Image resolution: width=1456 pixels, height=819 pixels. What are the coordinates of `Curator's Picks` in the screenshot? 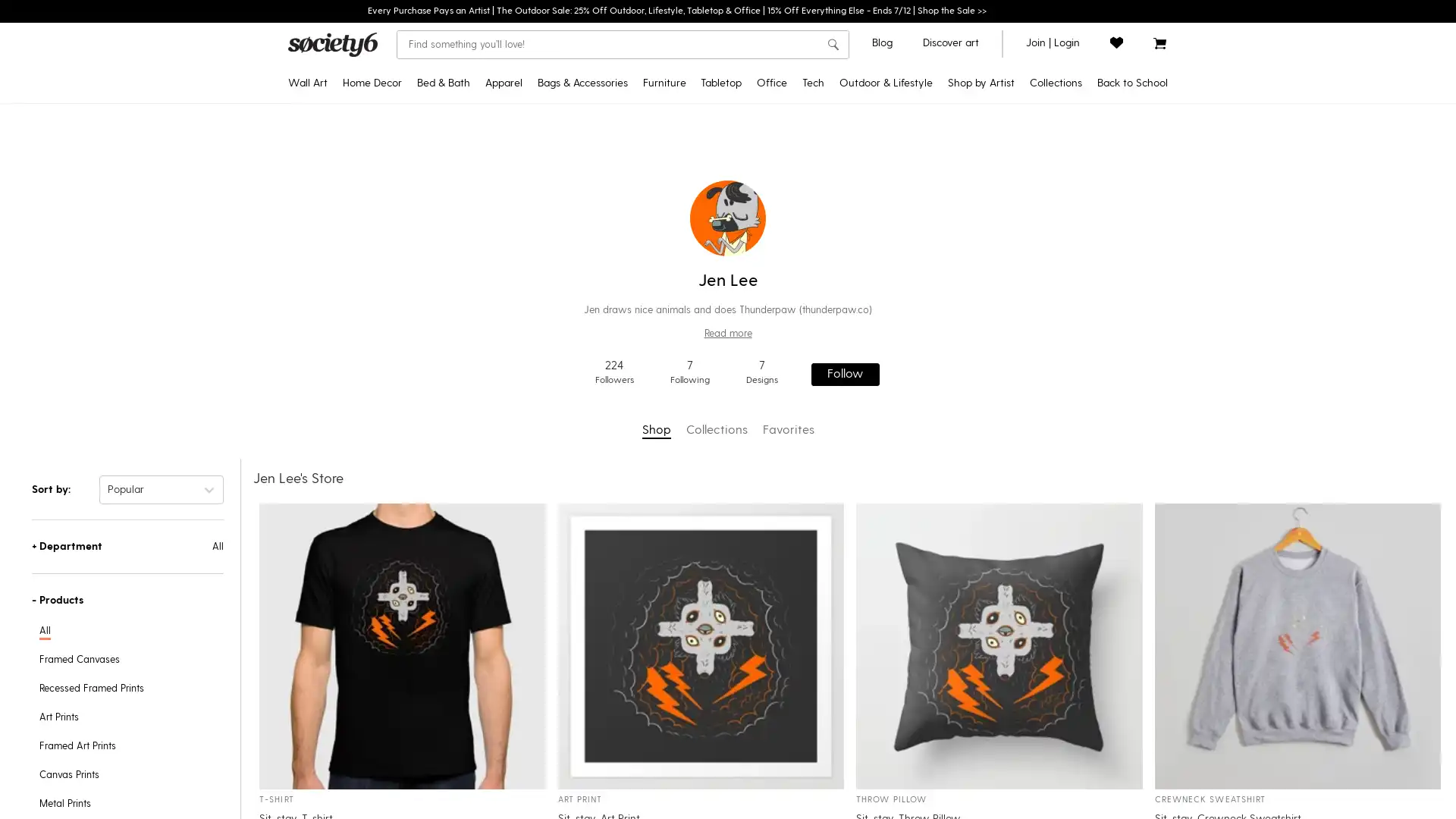 It's located at (999, 219).